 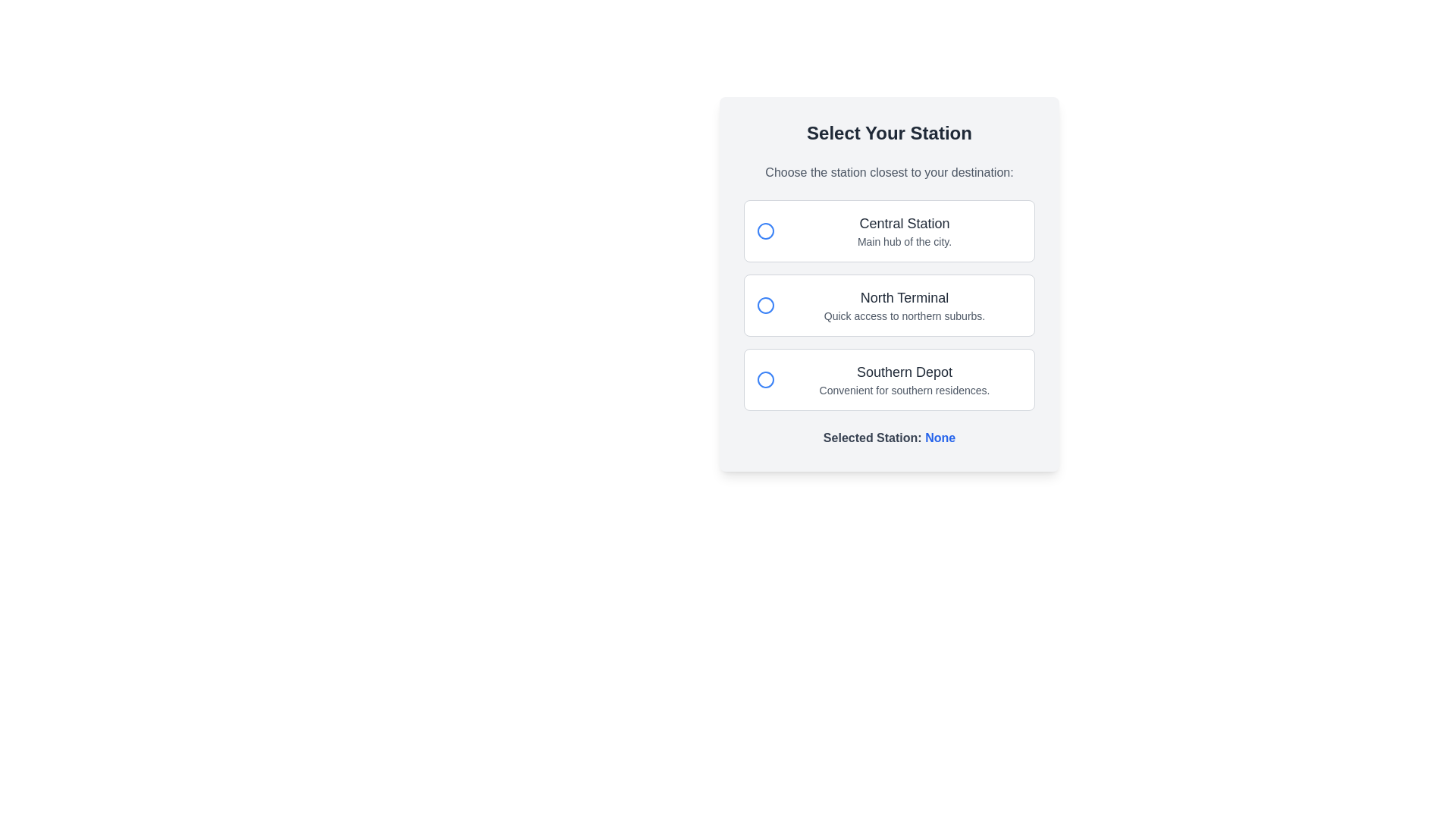 What do you see at coordinates (905, 390) in the screenshot?
I see `the descriptive subtitle text label associated with the 'Southern Depot' selection option` at bounding box center [905, 390].